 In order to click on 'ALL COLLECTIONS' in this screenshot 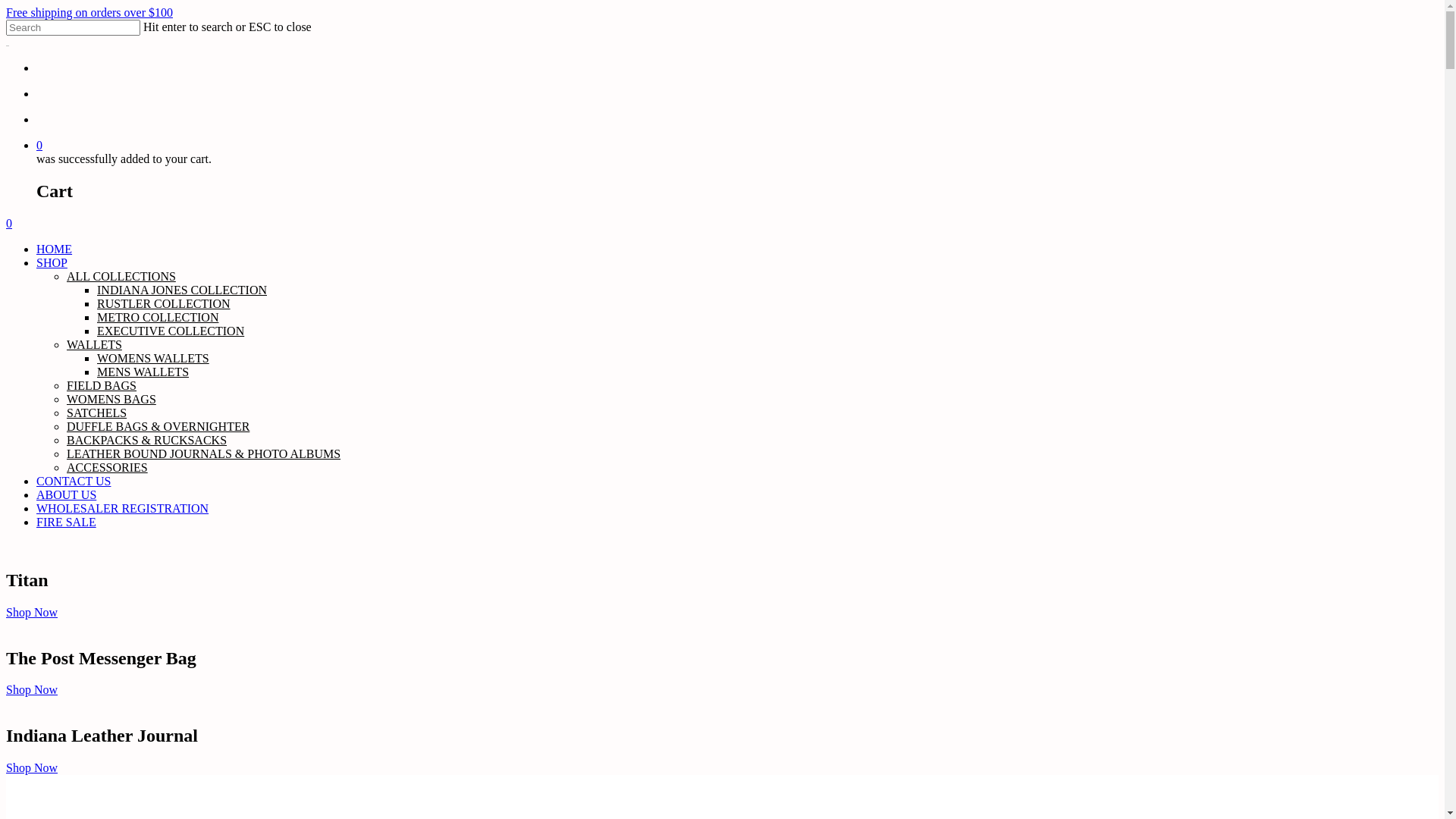, I will do `click(120, 276)`.